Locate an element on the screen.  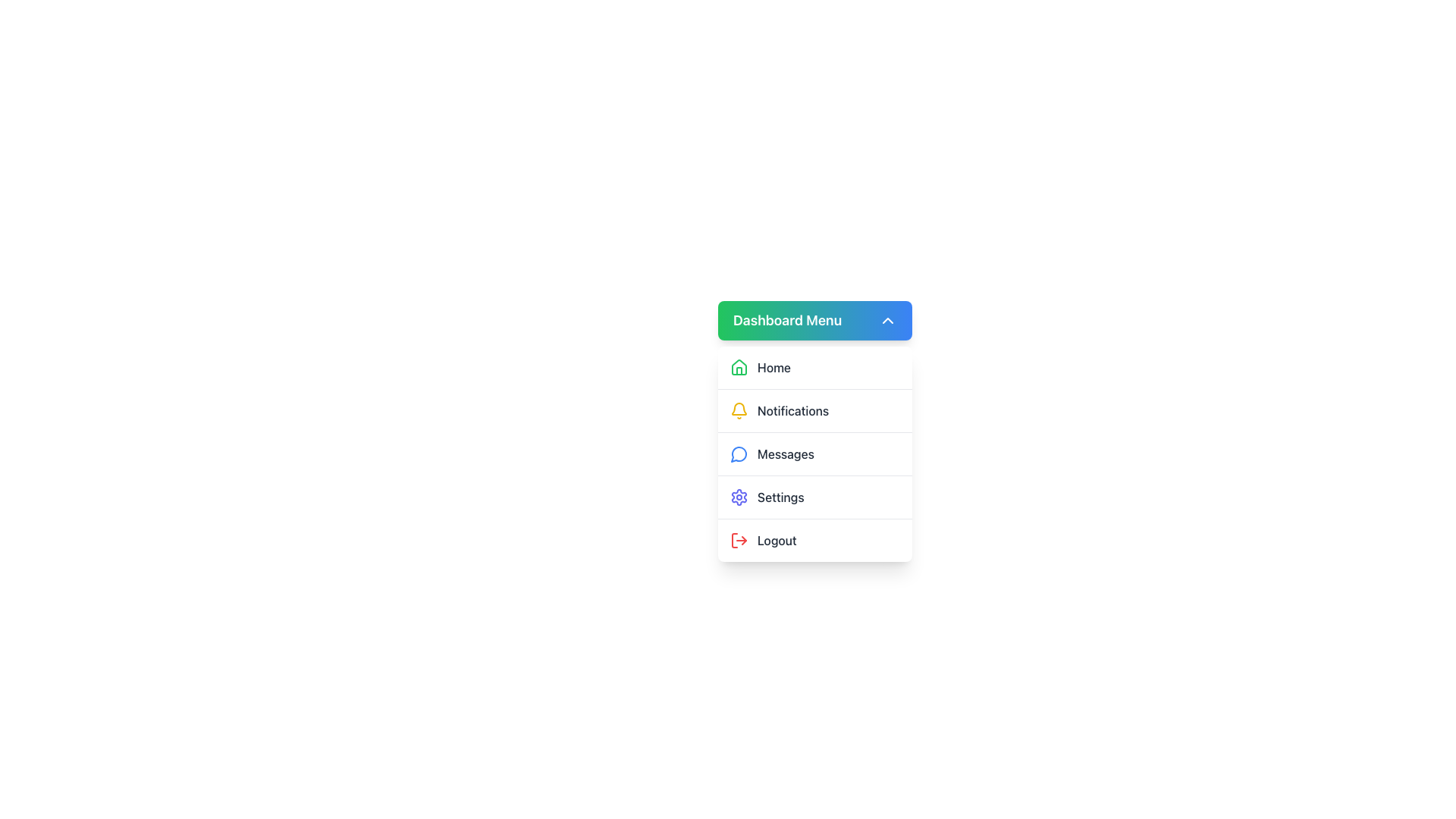
the decorative icon, which is the rightmost part of the 'Logout' icon in the drop-down menu is located at coordinates (744, 540).